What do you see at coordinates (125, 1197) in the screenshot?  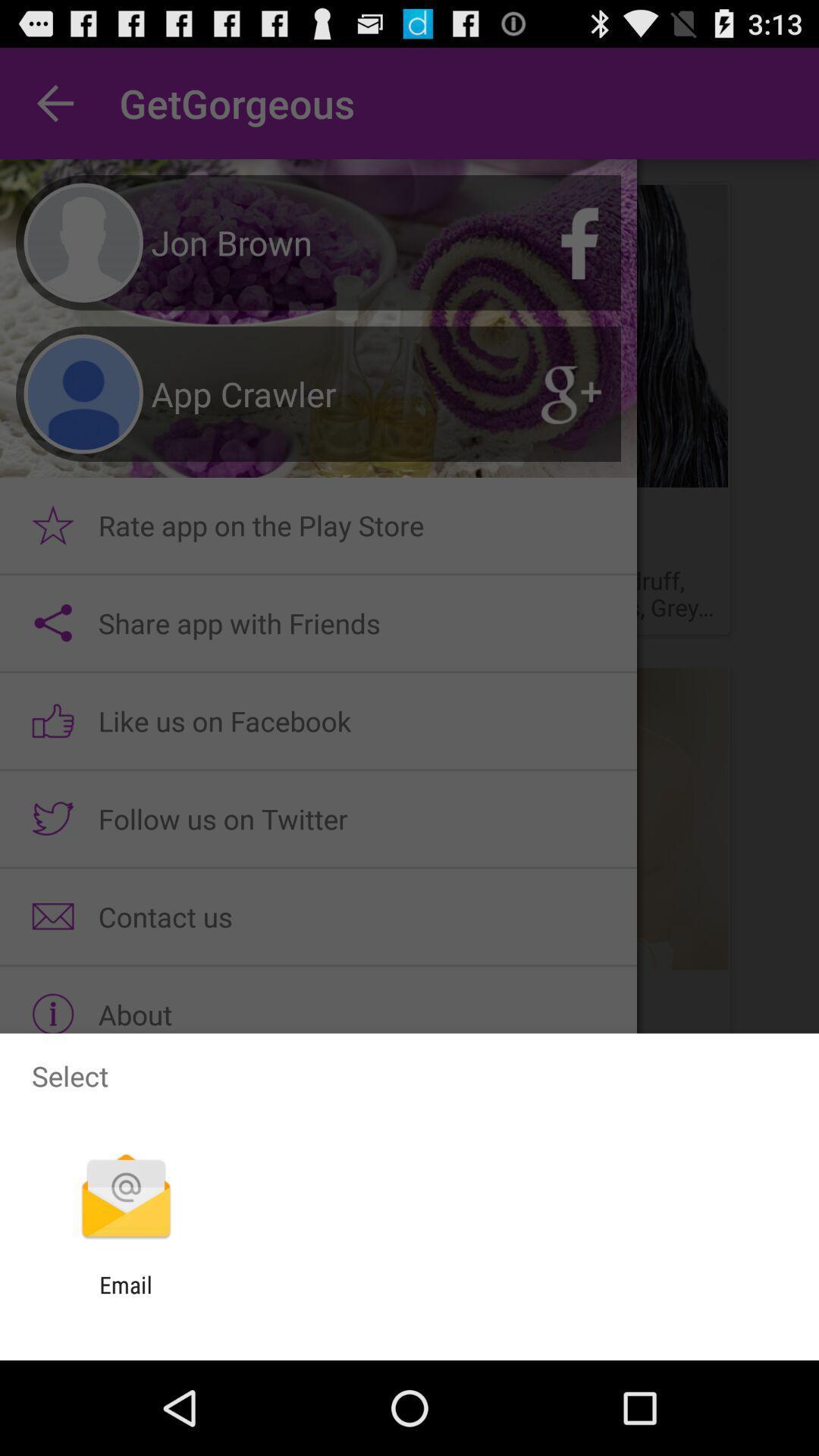 I see `item below the select icon` at bounding box center [125, 1197].